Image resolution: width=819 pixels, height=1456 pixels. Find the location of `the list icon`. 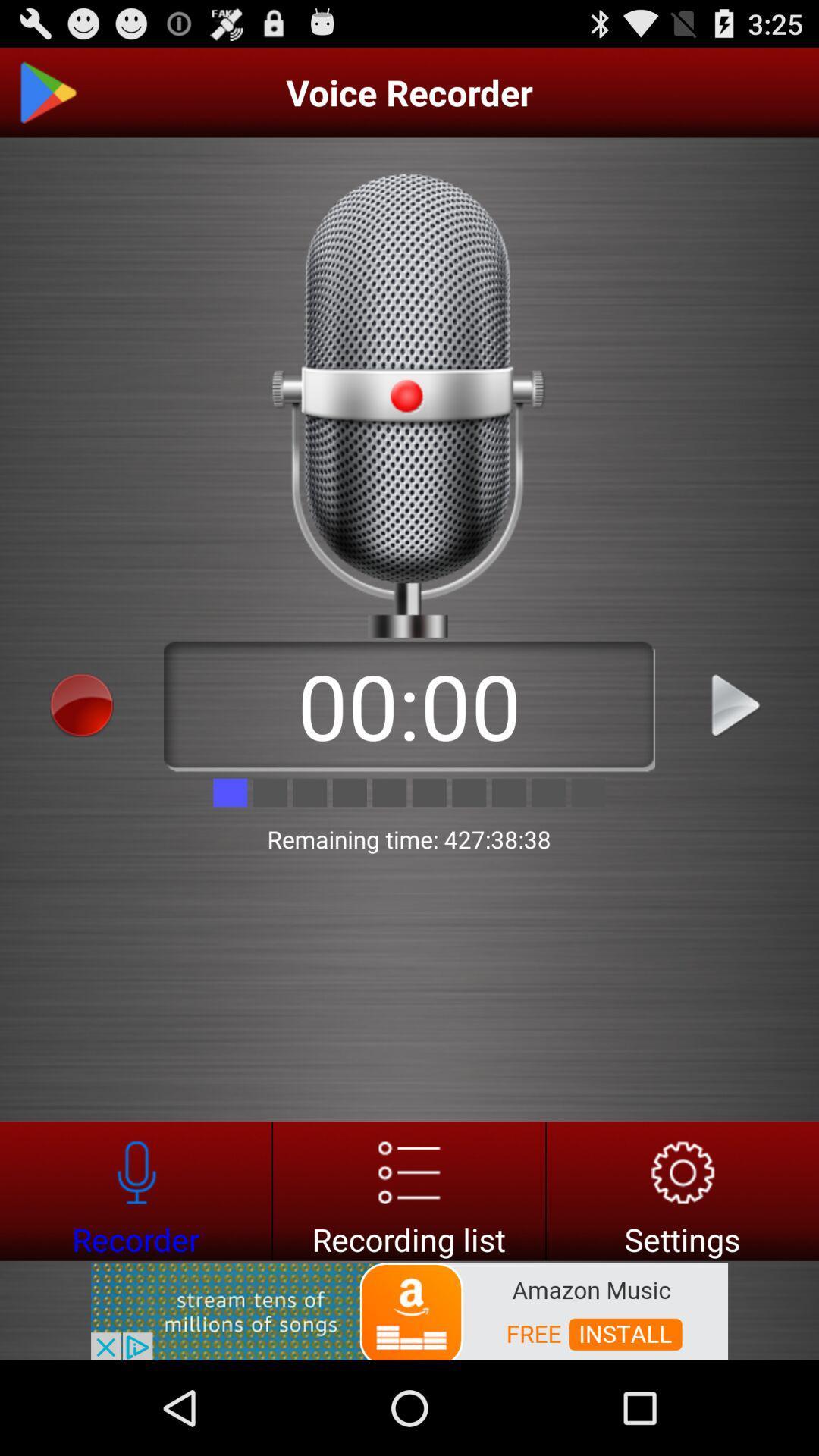

the list icon is located at coordinates (408, 1274).